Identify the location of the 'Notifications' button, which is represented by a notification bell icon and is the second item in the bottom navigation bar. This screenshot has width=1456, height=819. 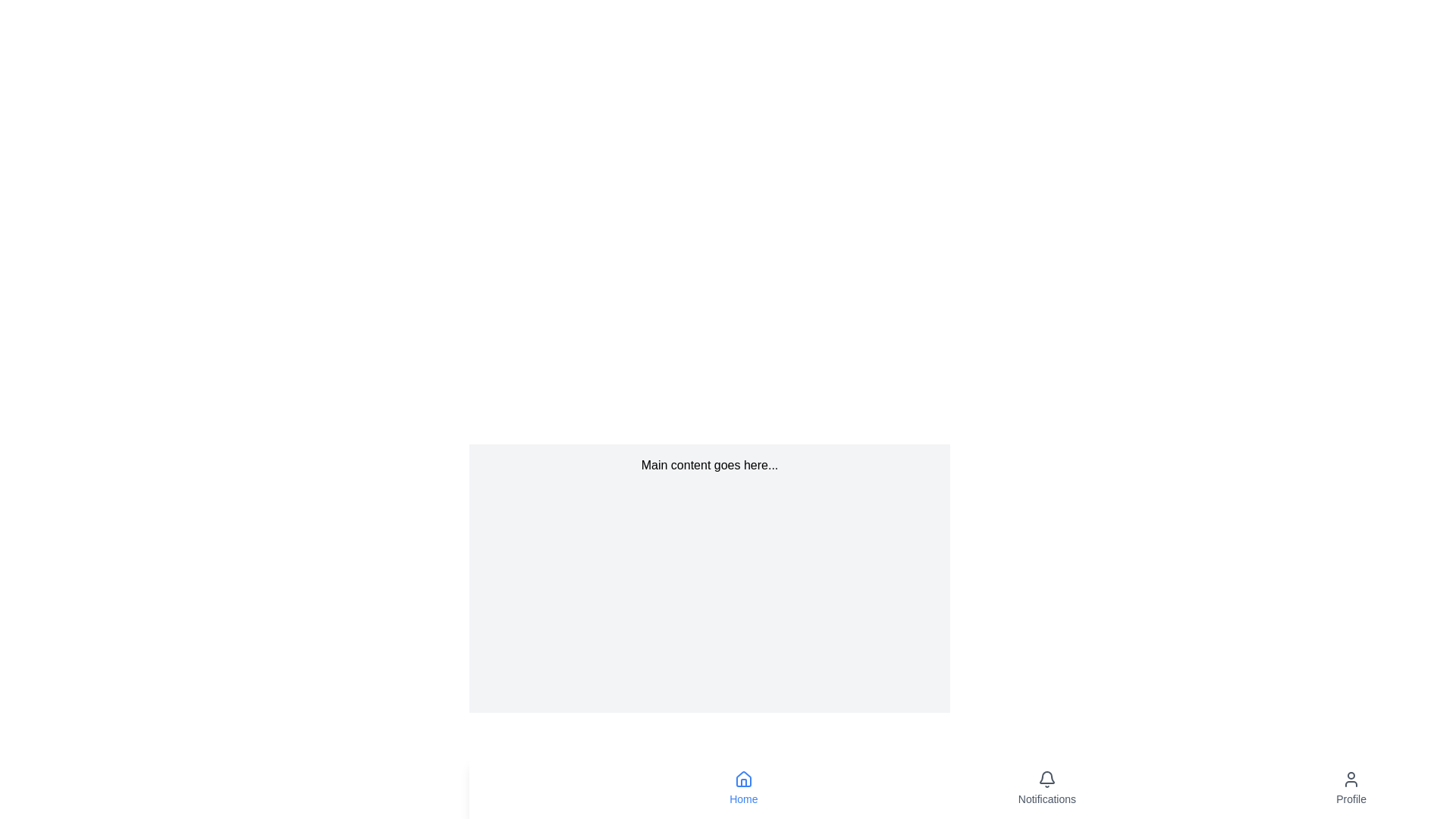
(1046, 788).